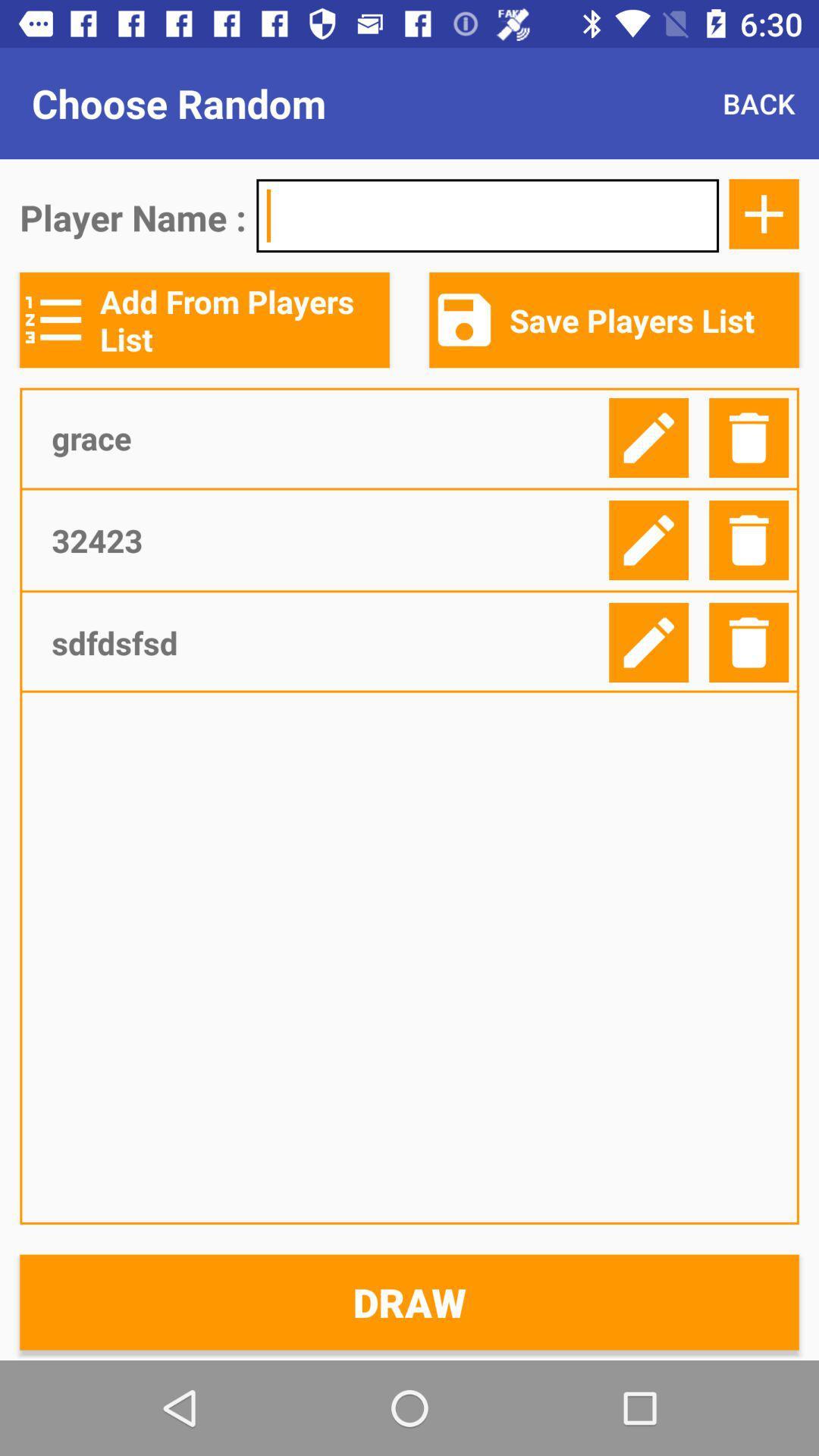  I want to click on the item above 32423, so click(324, 437).